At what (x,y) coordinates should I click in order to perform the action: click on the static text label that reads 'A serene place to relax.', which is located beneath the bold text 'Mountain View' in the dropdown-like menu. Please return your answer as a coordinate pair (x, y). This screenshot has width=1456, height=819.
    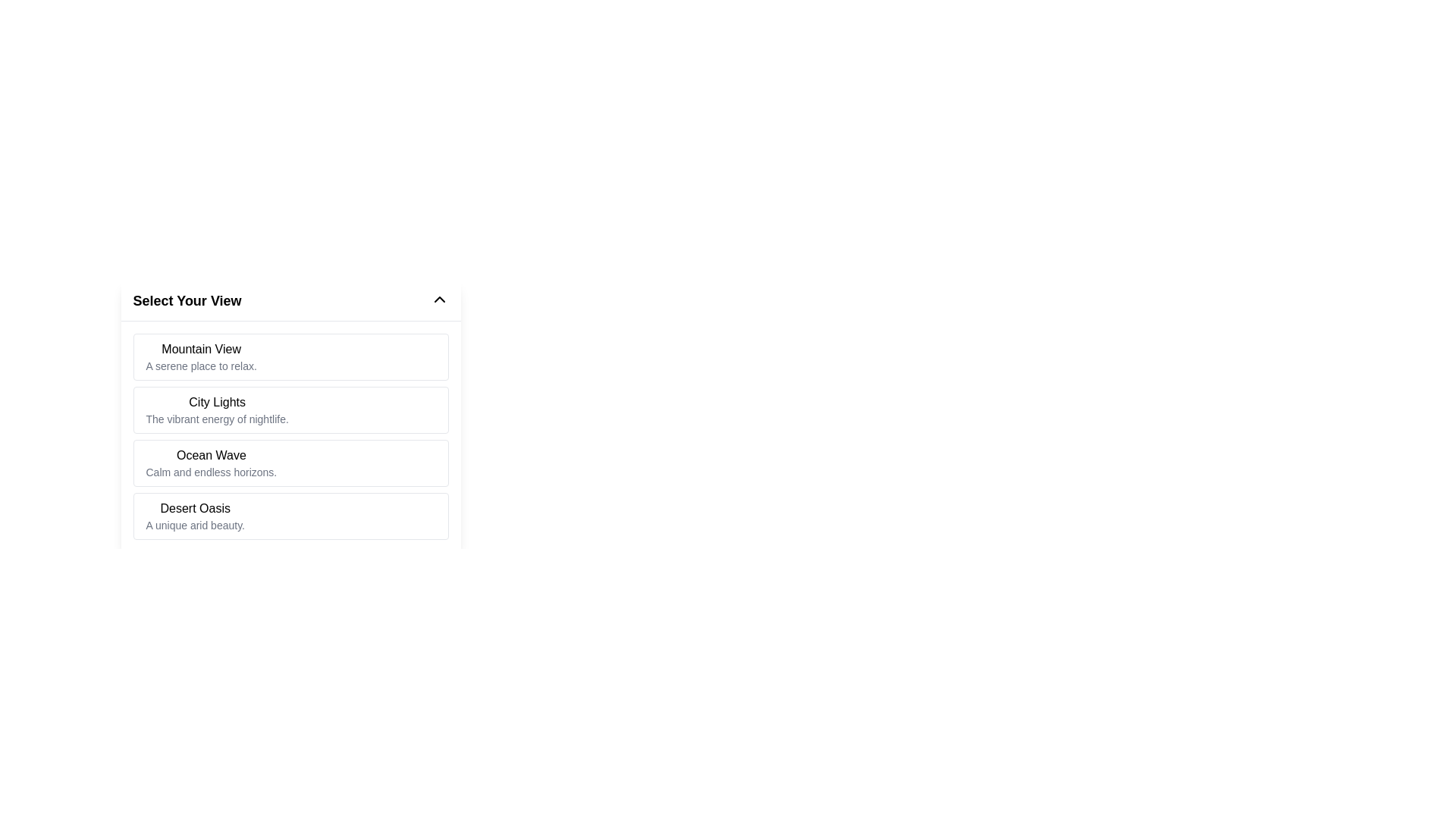
    Looking at the image, I should click on (200, 366).